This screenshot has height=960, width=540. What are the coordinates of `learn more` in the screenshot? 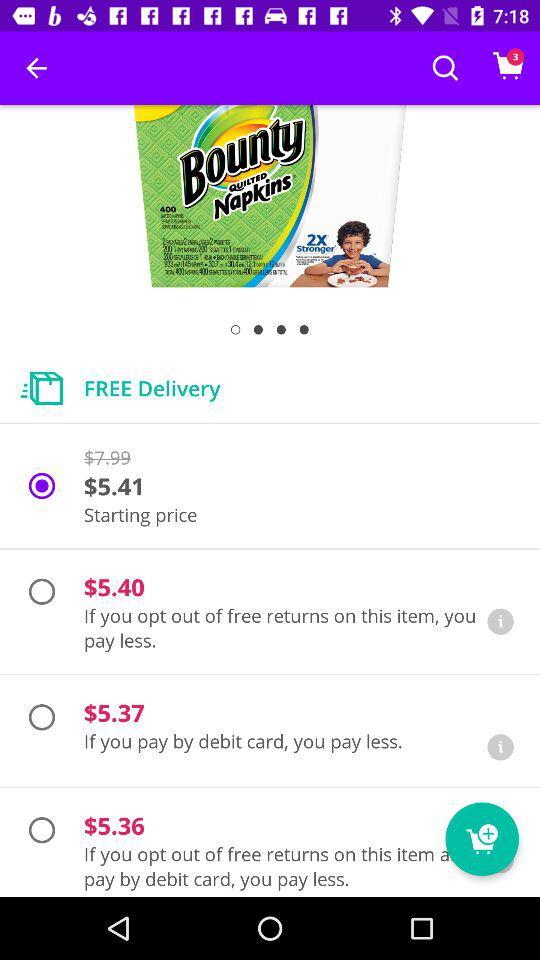 It's located at (499, 620).